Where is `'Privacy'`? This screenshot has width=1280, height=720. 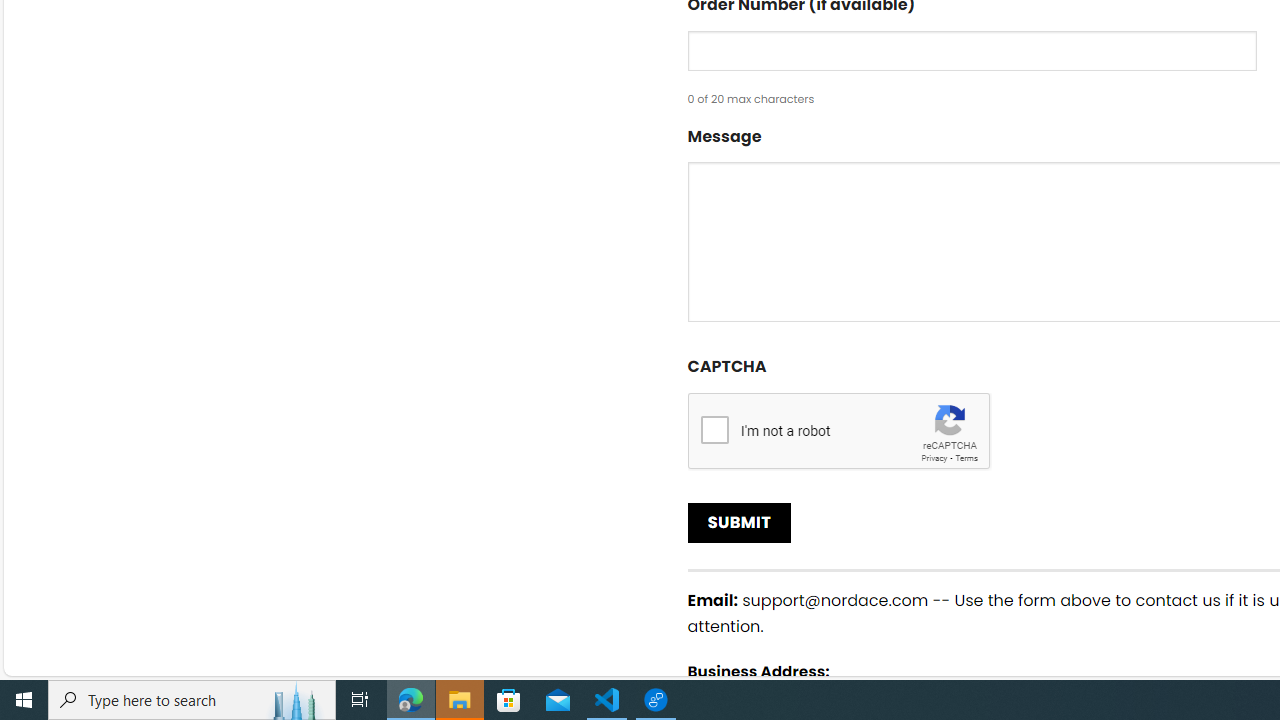
'Privacy' is located at coordinates (933, 457).